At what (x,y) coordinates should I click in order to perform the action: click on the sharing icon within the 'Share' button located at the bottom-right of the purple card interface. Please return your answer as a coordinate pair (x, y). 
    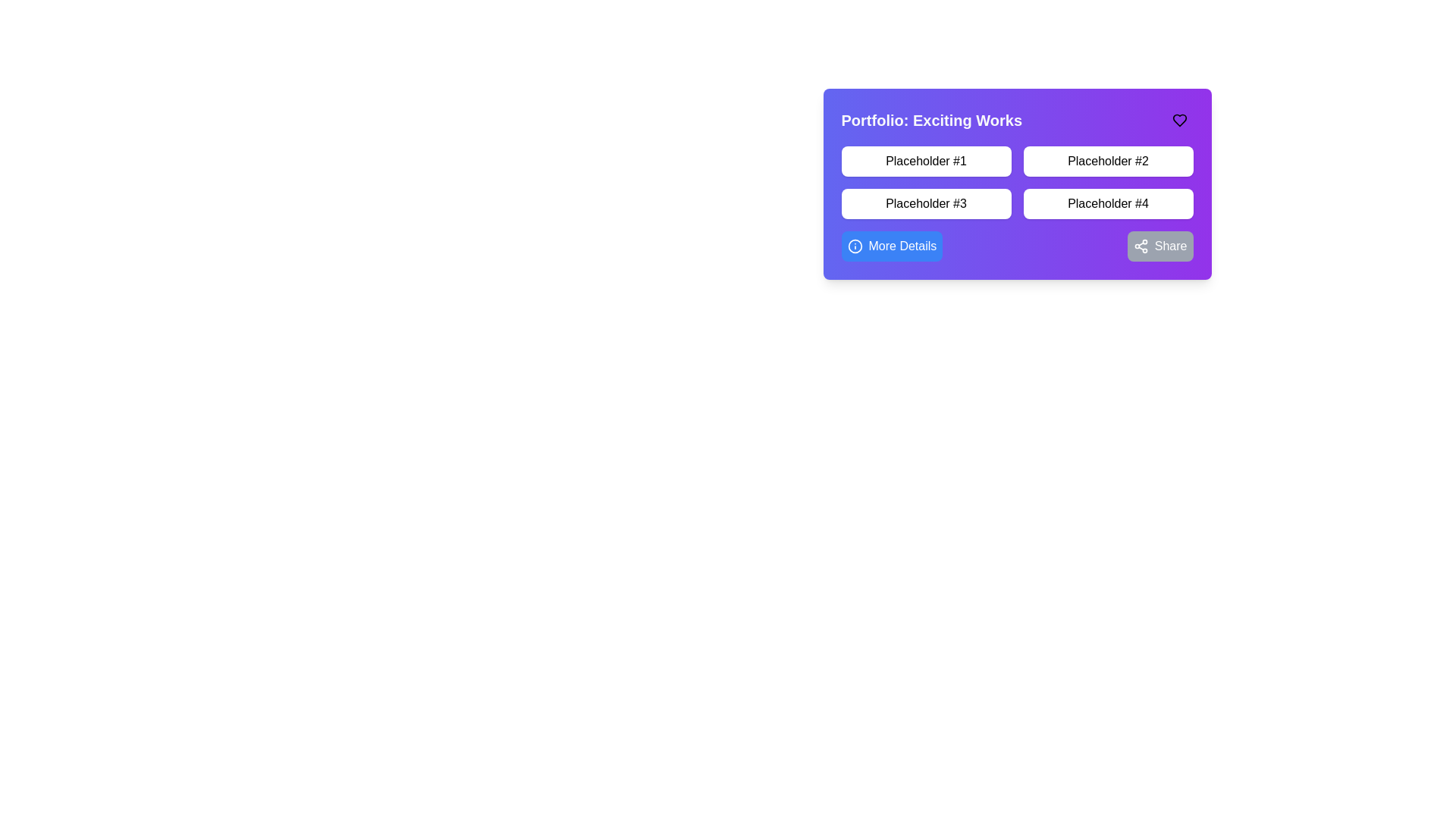
    Looking at the image, I should click on (1141, 245).